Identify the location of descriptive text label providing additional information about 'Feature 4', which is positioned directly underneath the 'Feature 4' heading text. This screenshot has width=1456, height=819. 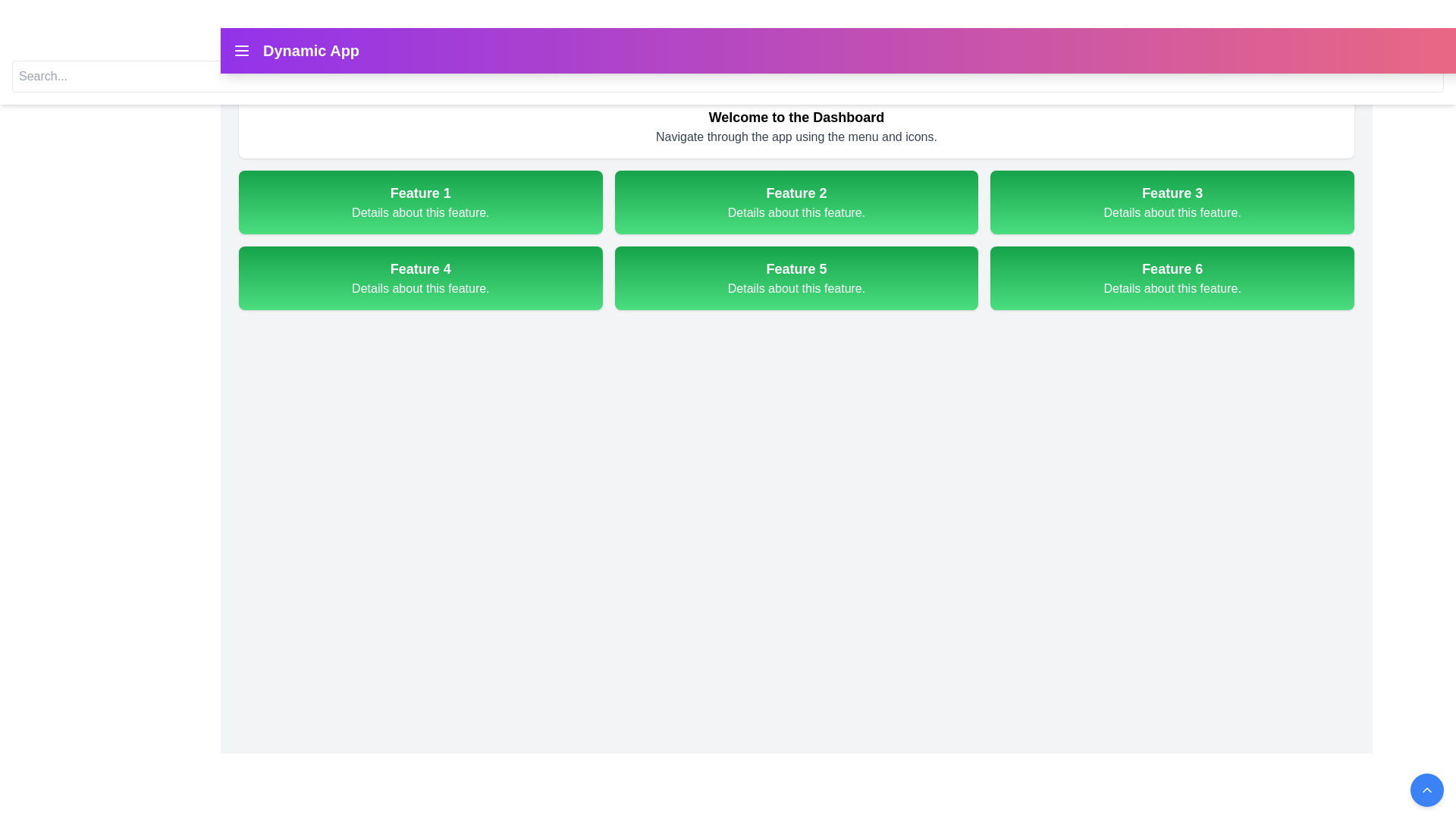
(420, 289).